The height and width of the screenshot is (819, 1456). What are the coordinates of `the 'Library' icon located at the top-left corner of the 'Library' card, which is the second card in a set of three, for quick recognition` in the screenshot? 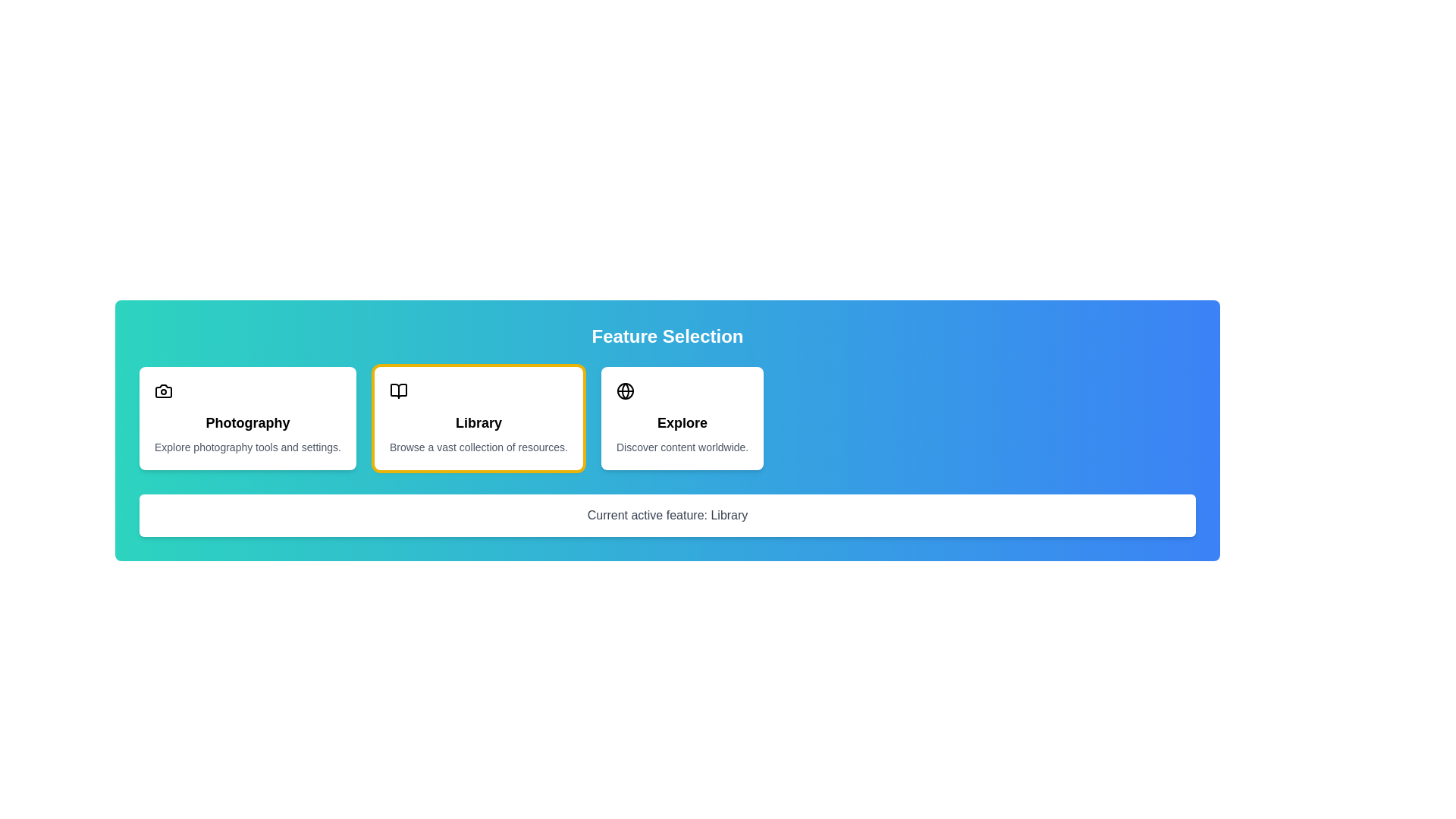 It's located at (398, 391).